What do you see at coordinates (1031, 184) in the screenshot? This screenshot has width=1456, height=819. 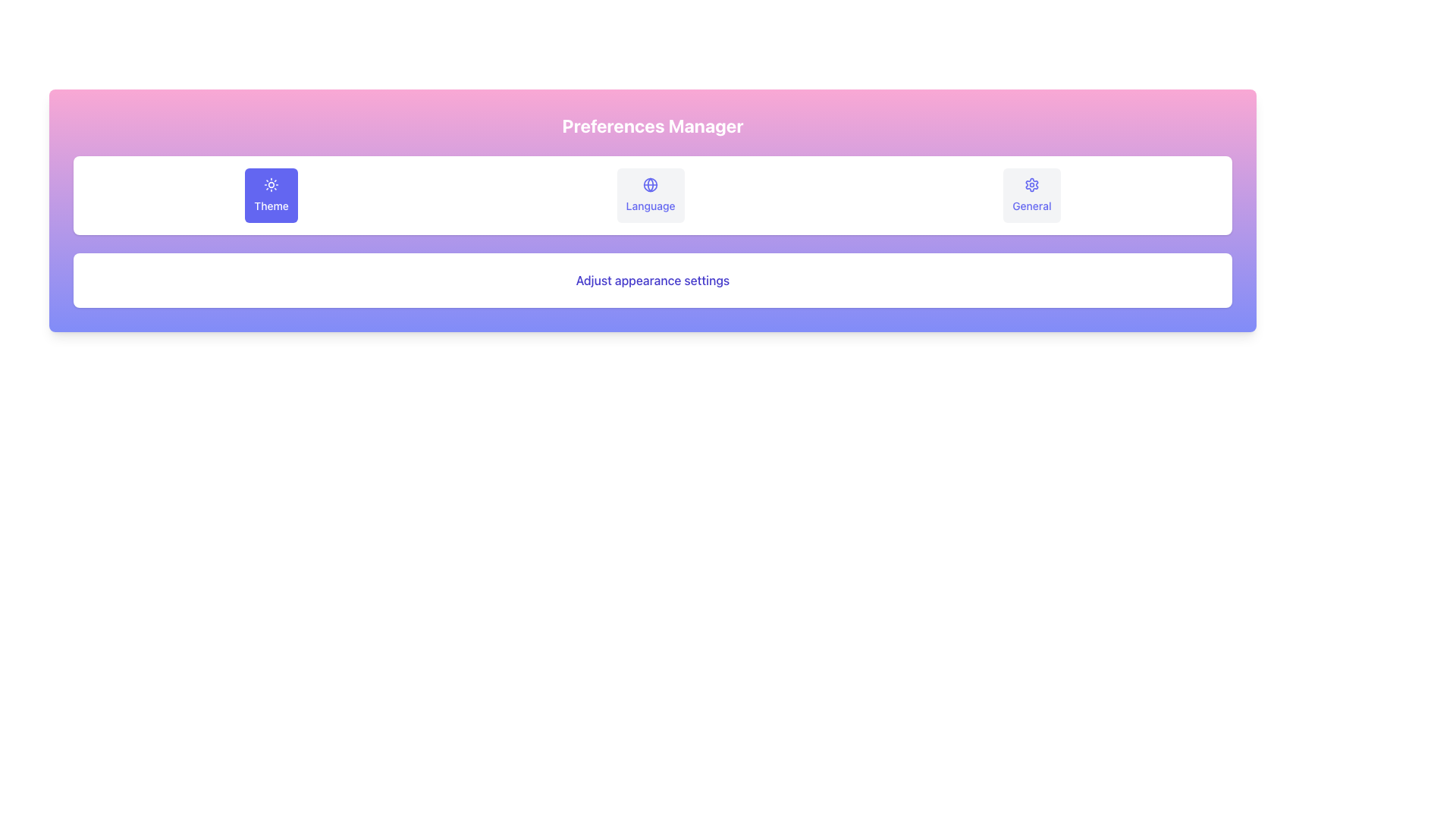 I see `the decorative icon indicating the 'General' category in the 'Preferences Manager' section, located at the bottom-right corner above the 'General' text` at bounding box center [1031, 184].